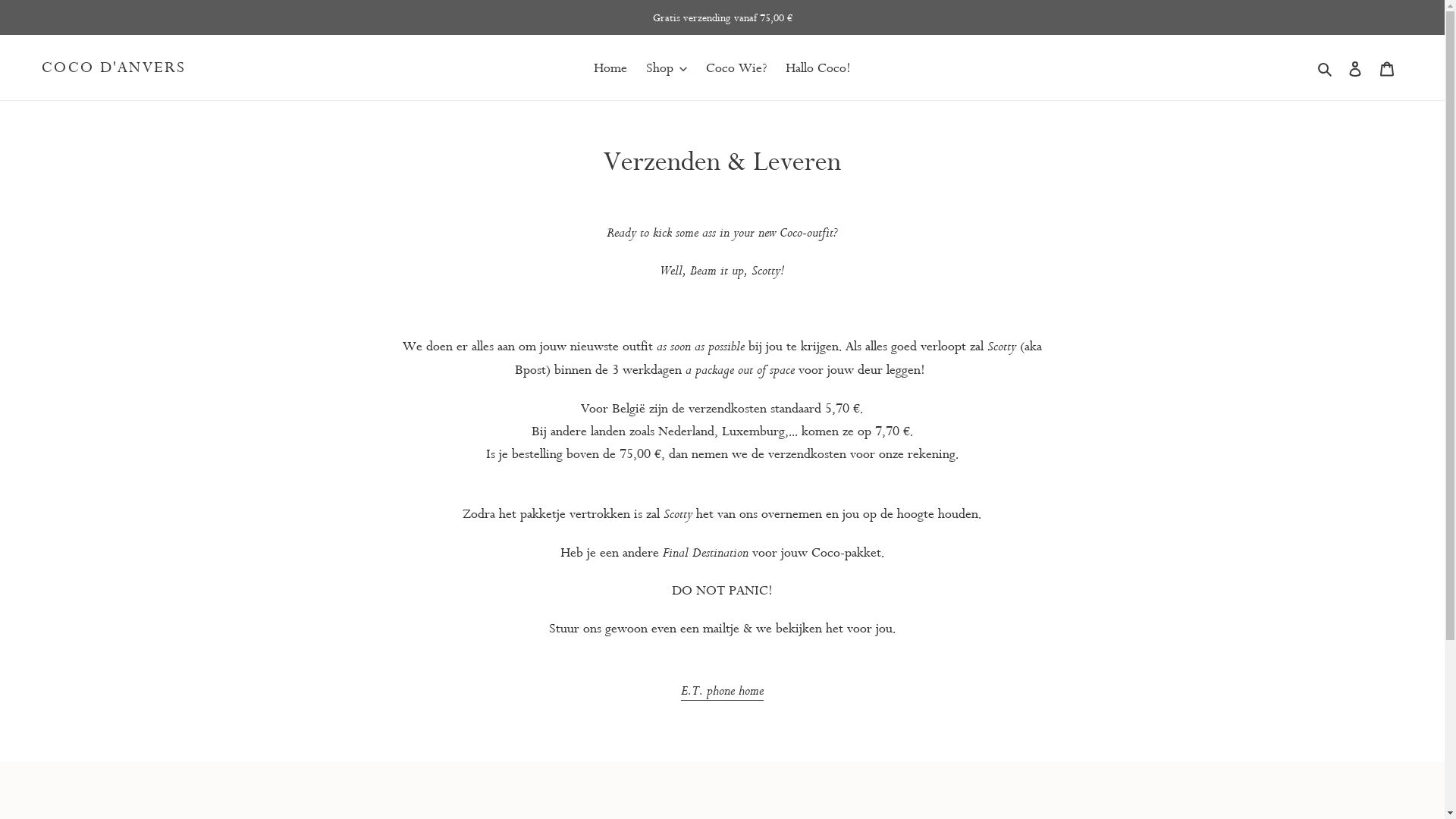 This screenshot has height=819, width=1456. What do you see at coordinates (736, 66) in the screenshot?
I see `'Coco Wie?'` at bounding box center [736, 66].